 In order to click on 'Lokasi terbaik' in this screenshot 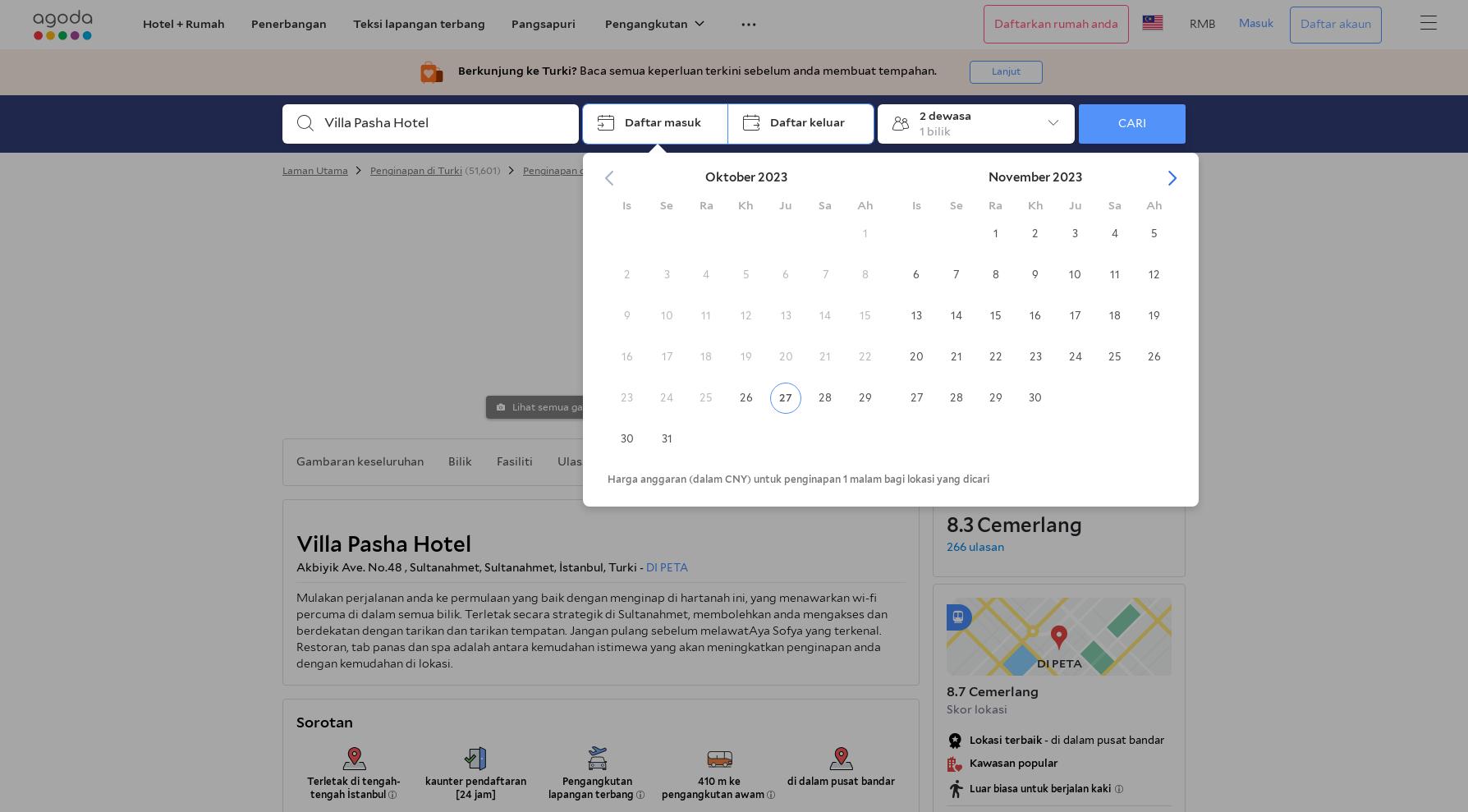, I will do `click(1004, 738)`.